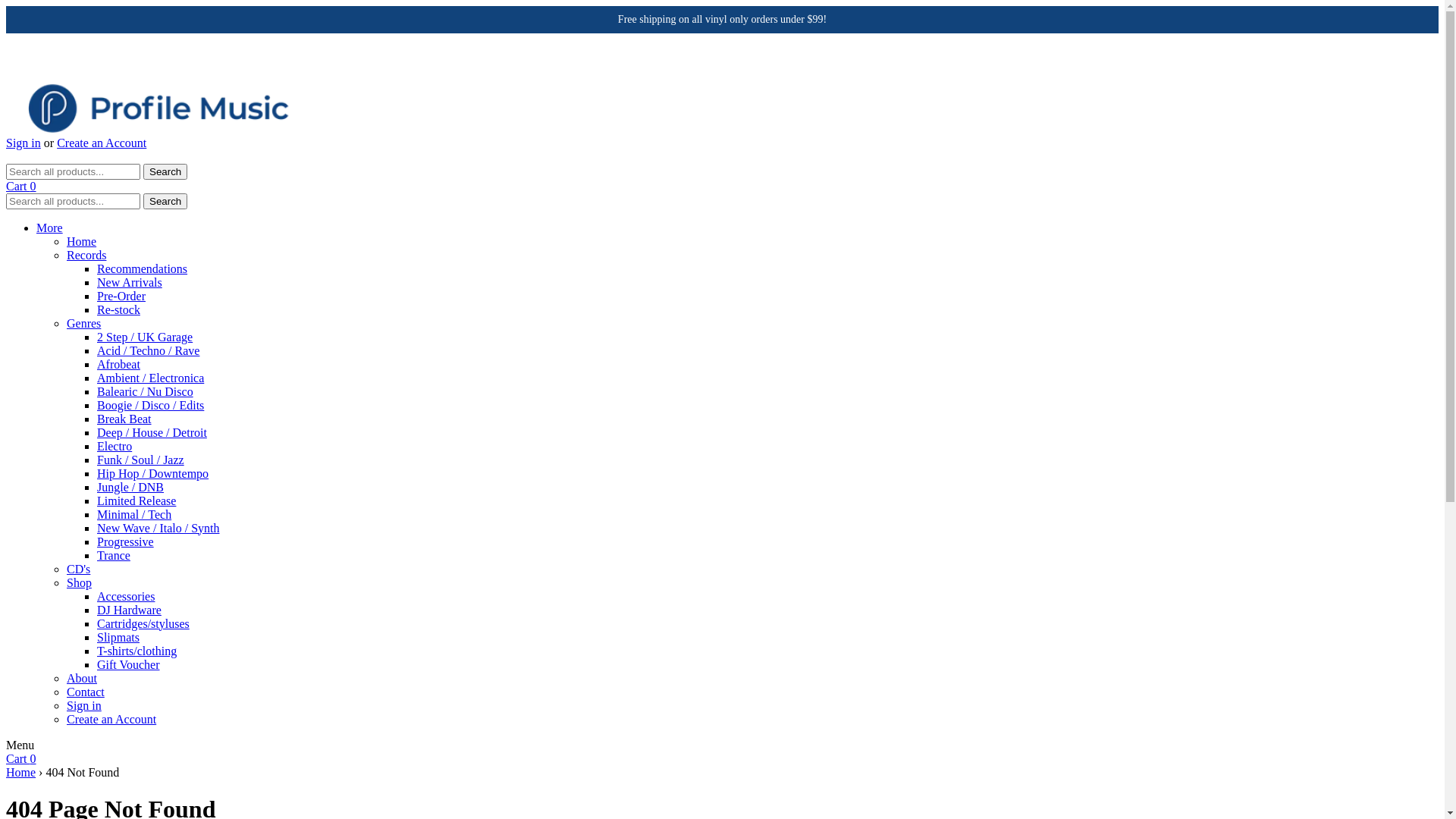 The image size is (1456, 819). What do you see at coordinates (96, 664) in the screenshot?
I see `'Gift Voucher'` at bounding box center [96, 664].